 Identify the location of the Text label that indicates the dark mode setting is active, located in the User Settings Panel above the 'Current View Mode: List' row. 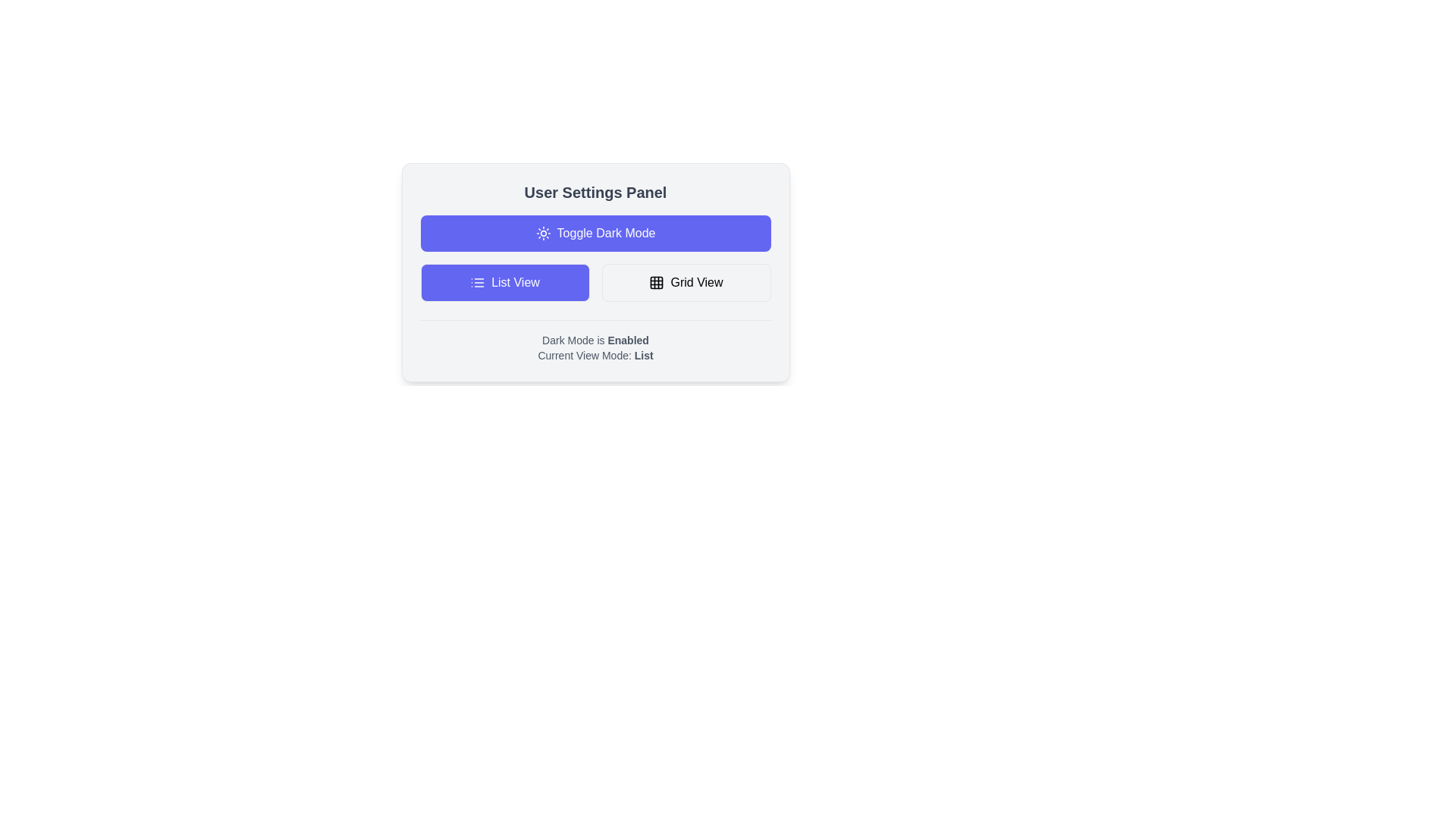
(595, 339).